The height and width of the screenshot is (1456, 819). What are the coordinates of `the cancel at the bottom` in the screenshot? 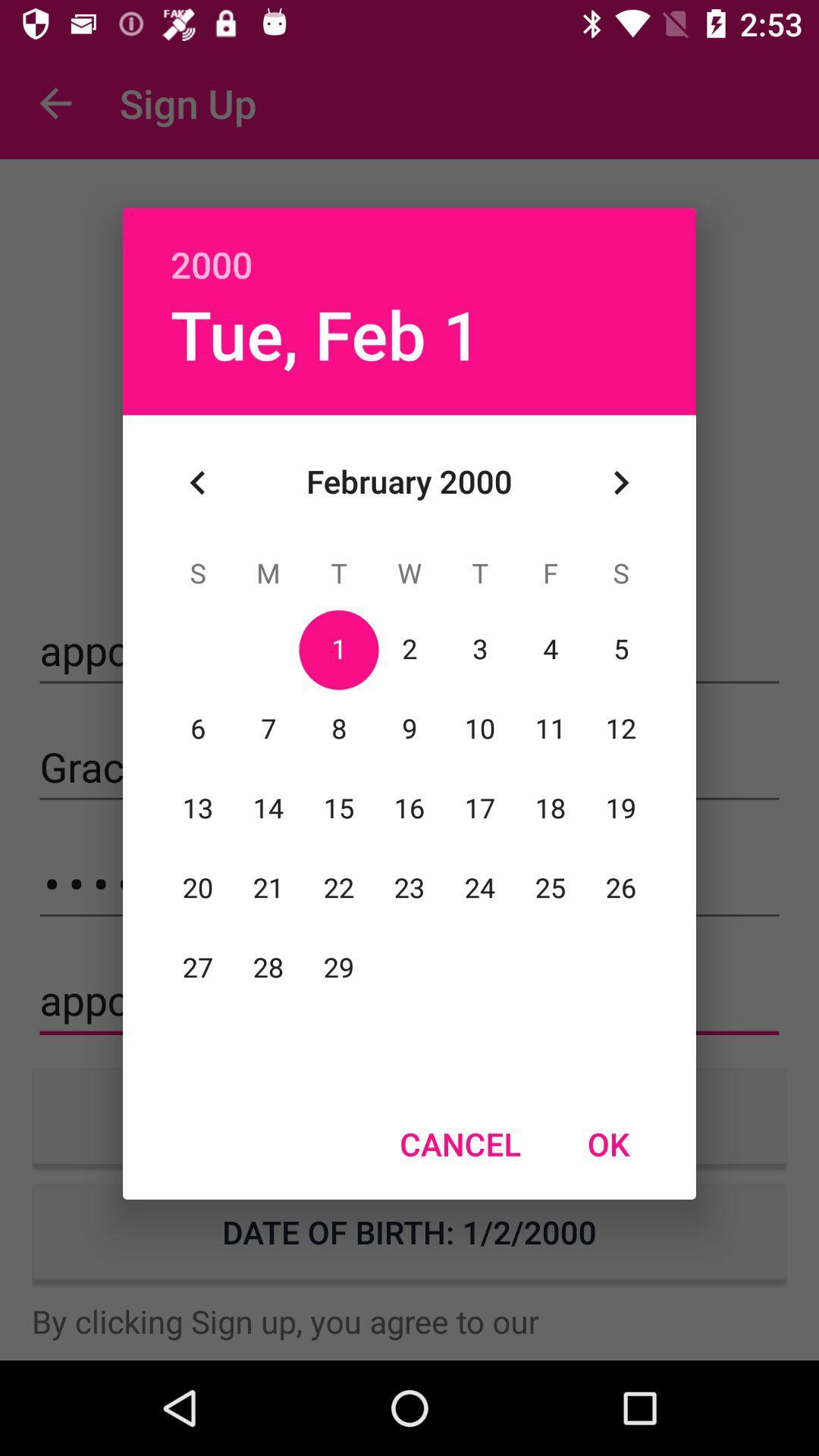 It's located at (460, 1144).